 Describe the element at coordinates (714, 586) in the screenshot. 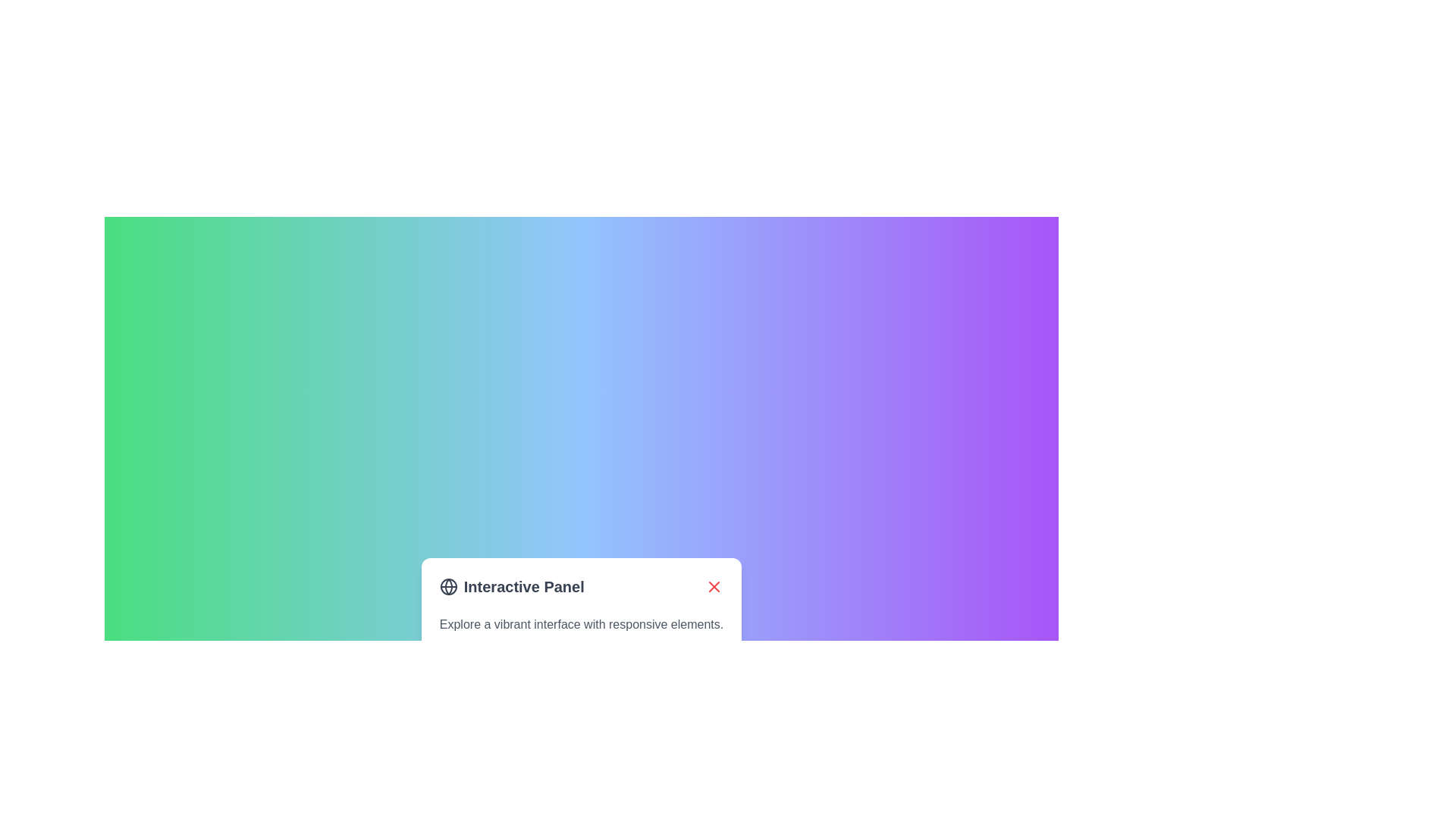

I see `the red 'X' close button located at the far right of the 'Interactive Panel' header for accessibility navigation` at that location.